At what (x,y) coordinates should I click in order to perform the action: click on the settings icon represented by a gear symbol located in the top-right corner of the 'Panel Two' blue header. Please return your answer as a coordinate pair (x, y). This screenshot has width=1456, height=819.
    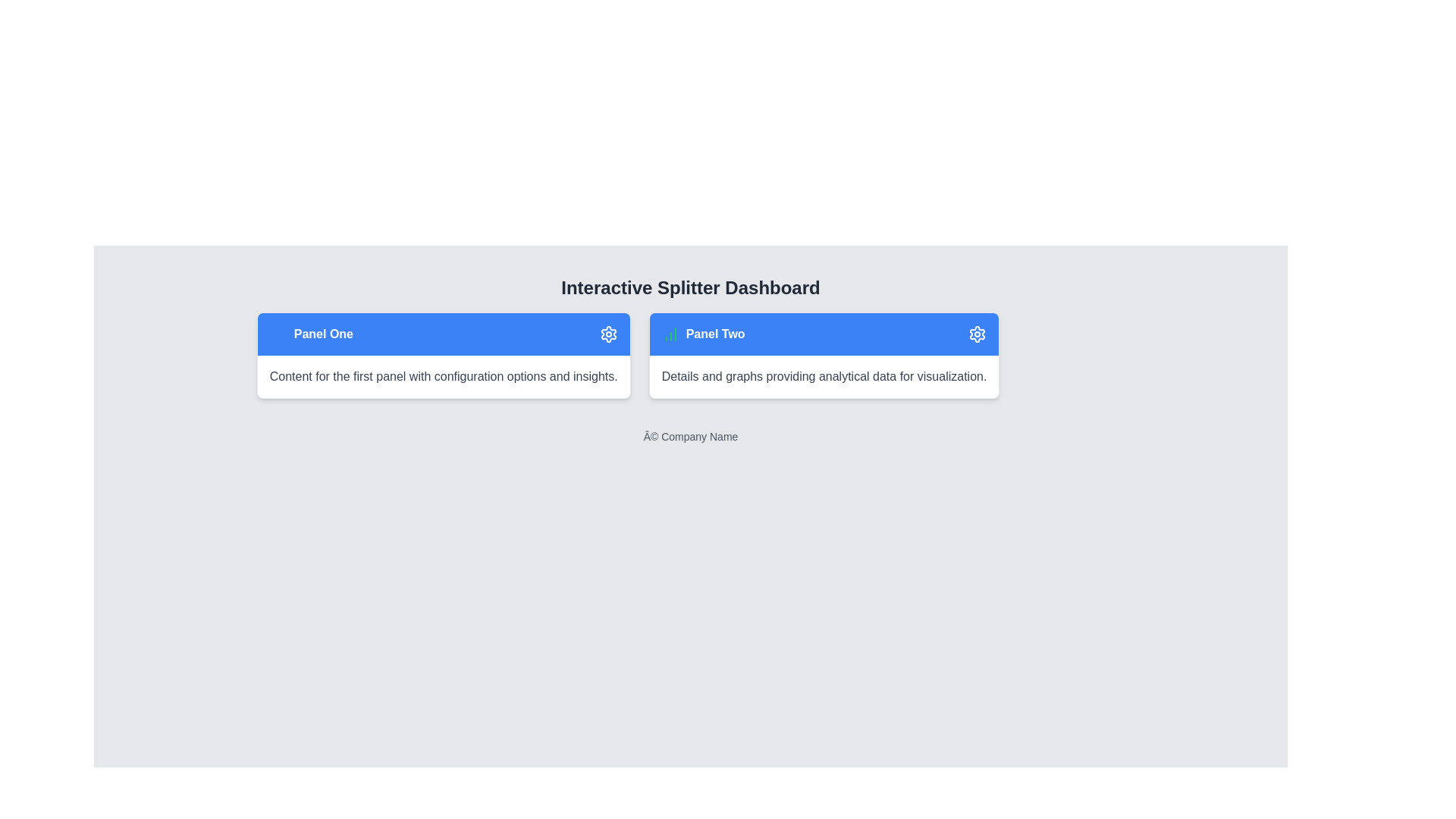
    Looking at the image, I should click on (977, 333).